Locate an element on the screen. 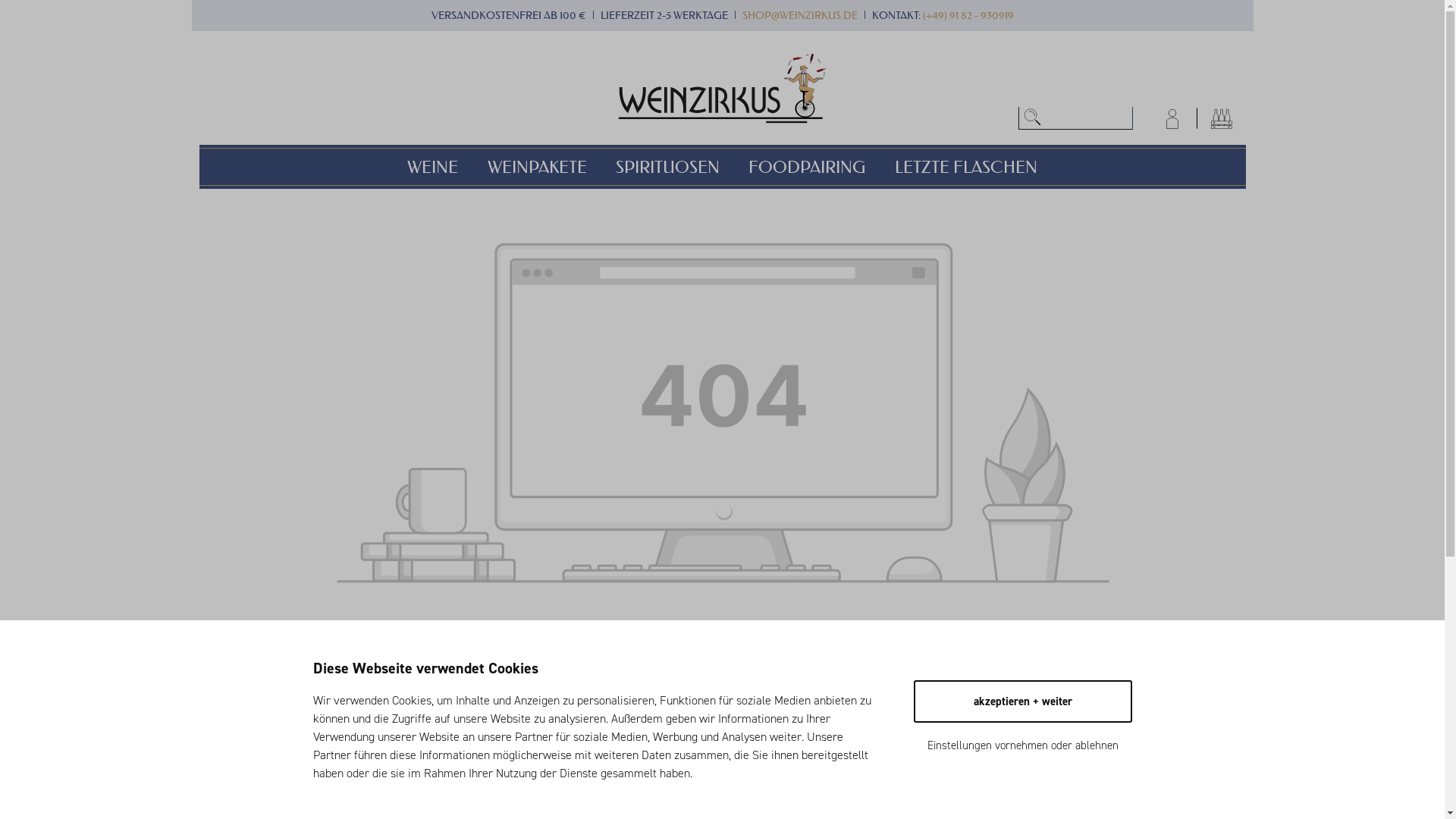 This screenshot has width=1456, height=819. '(+49) 91 82 - 930919' is located at coordinates (967, 15).